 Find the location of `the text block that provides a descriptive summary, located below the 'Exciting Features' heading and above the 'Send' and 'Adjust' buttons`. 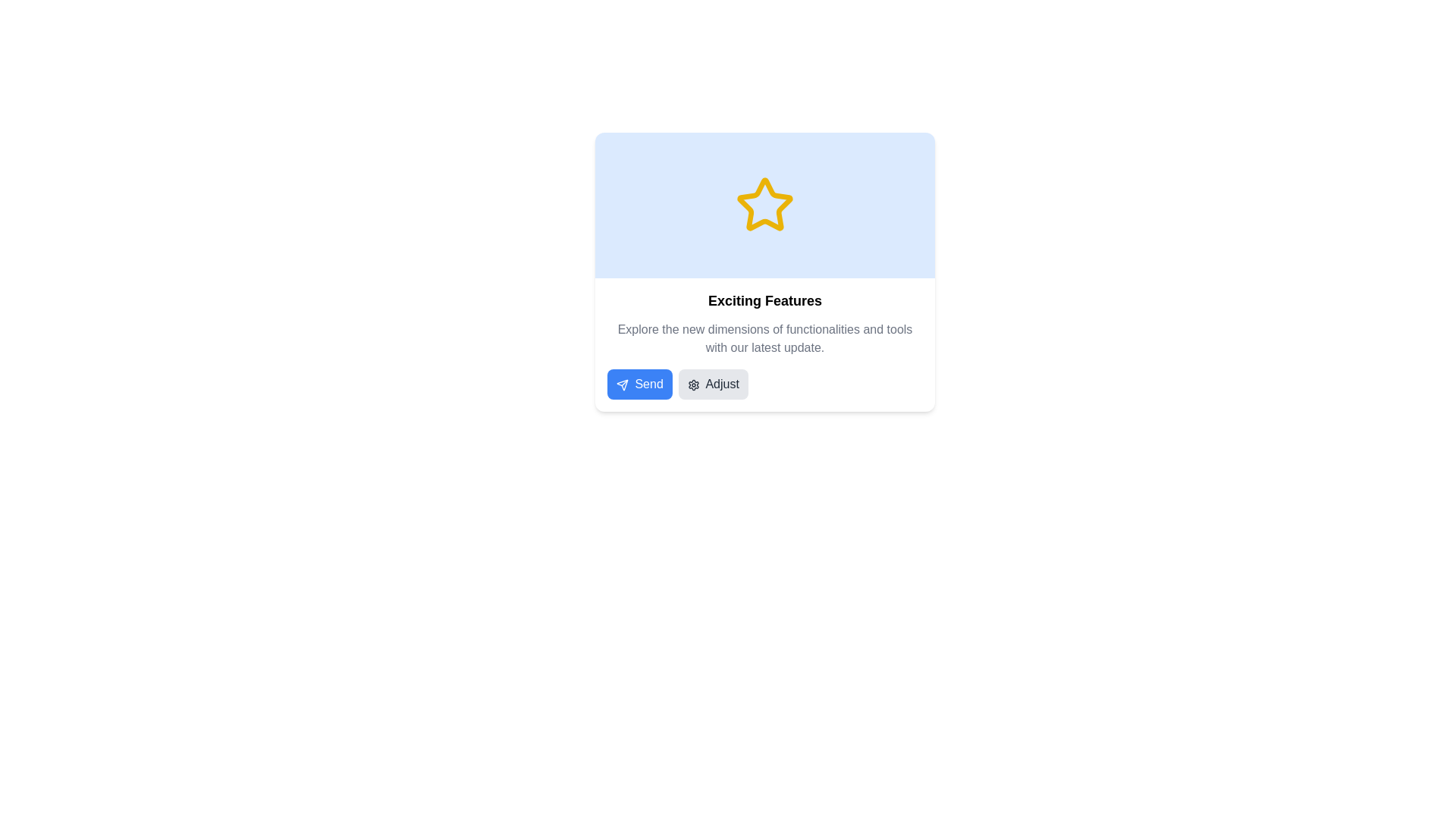

the text block that provides a descriptive summary, located below the 'Exciting Features' heading and above the 'Send' and 'Adjust' buttons is located at coordinates (764, 338).